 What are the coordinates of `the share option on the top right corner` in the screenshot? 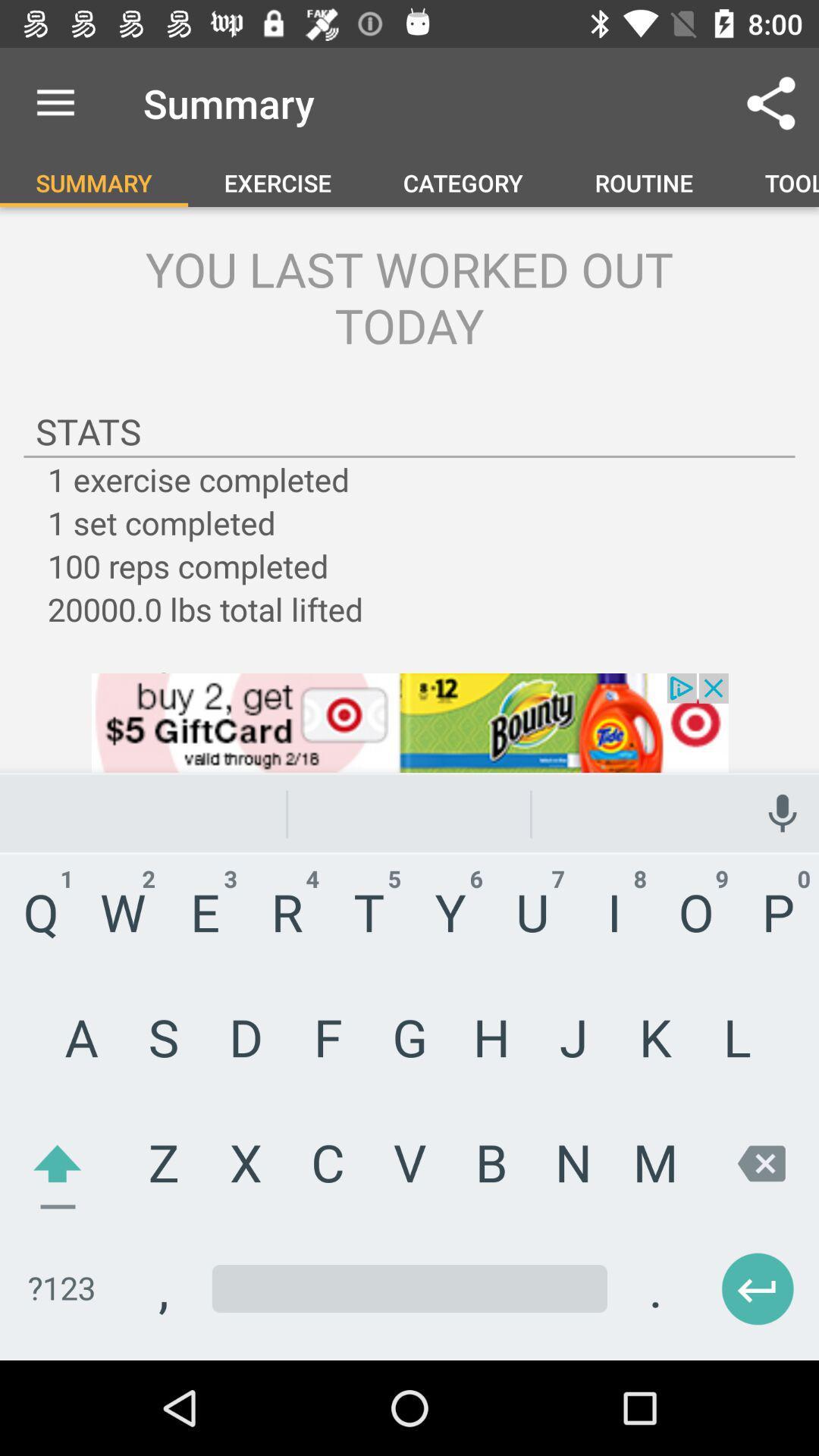 It's located at (771, 103).